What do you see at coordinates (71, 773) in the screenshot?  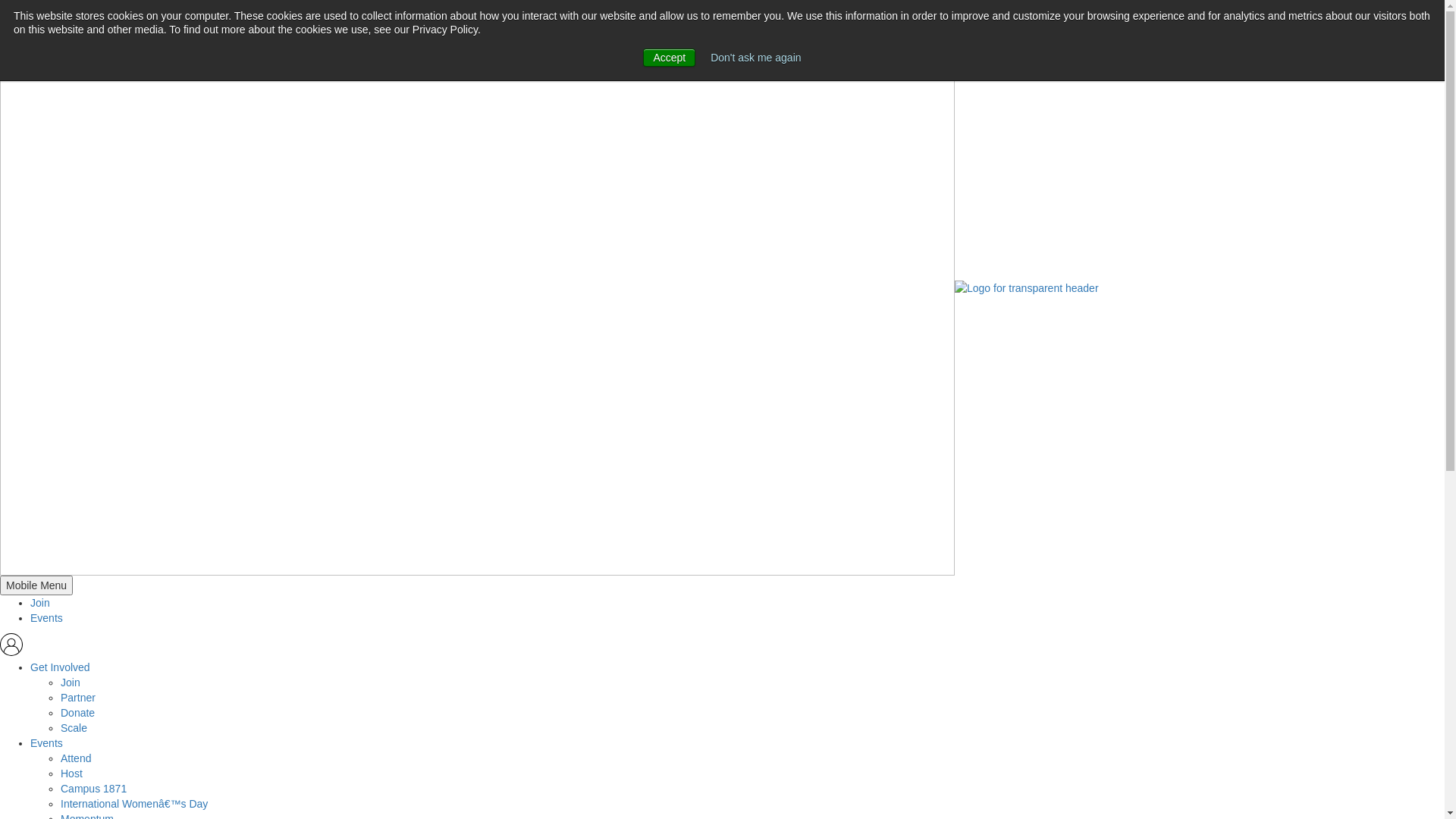 I see `'Host'` at bounding box center [71, 773].